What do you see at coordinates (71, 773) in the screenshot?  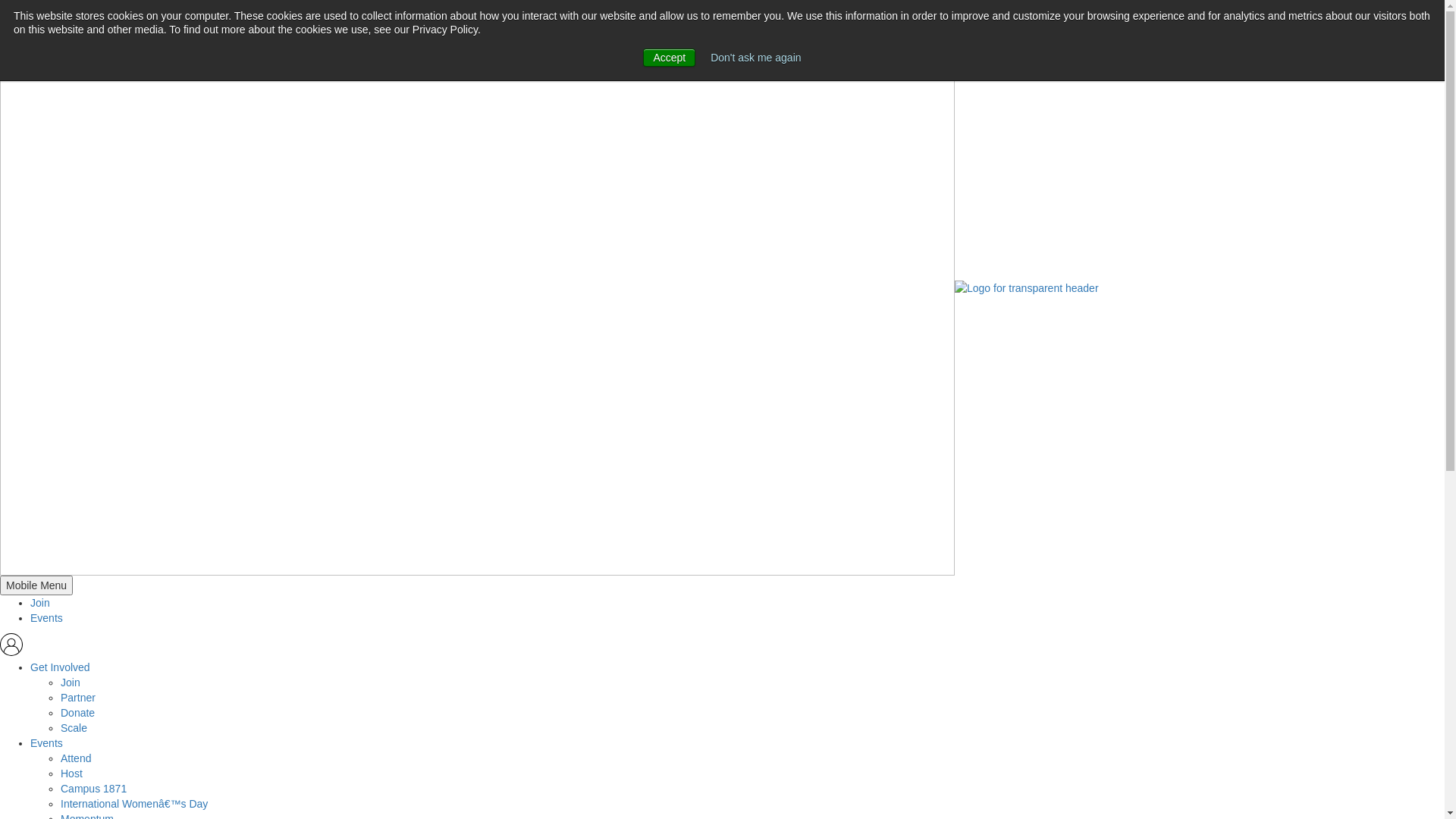 I see `'Host'` at bounding box center [71, 773].